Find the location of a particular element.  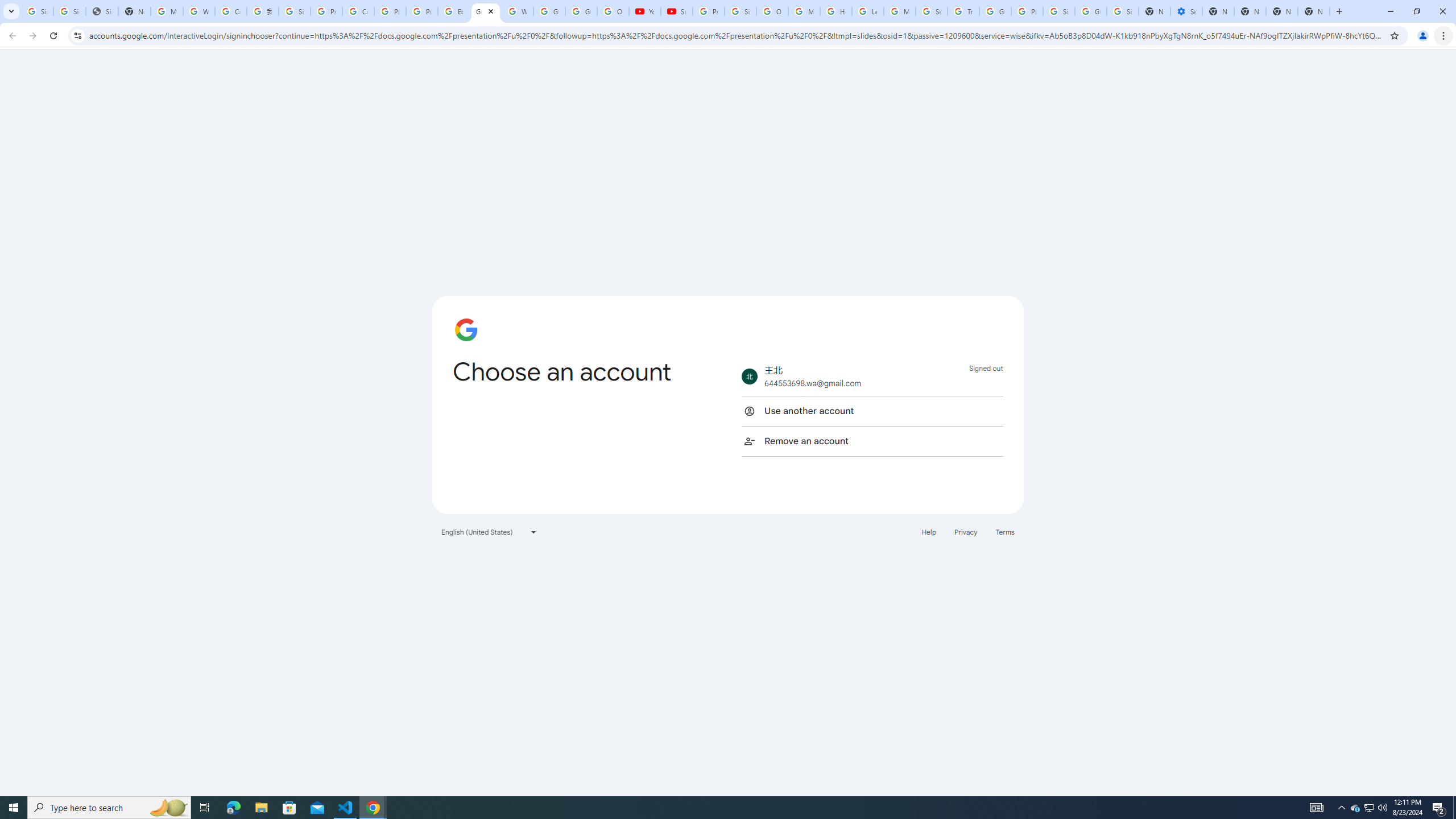

'Edit and view right-to-left text - Google Docs Editors Help' is located at coordinates (453, 11).